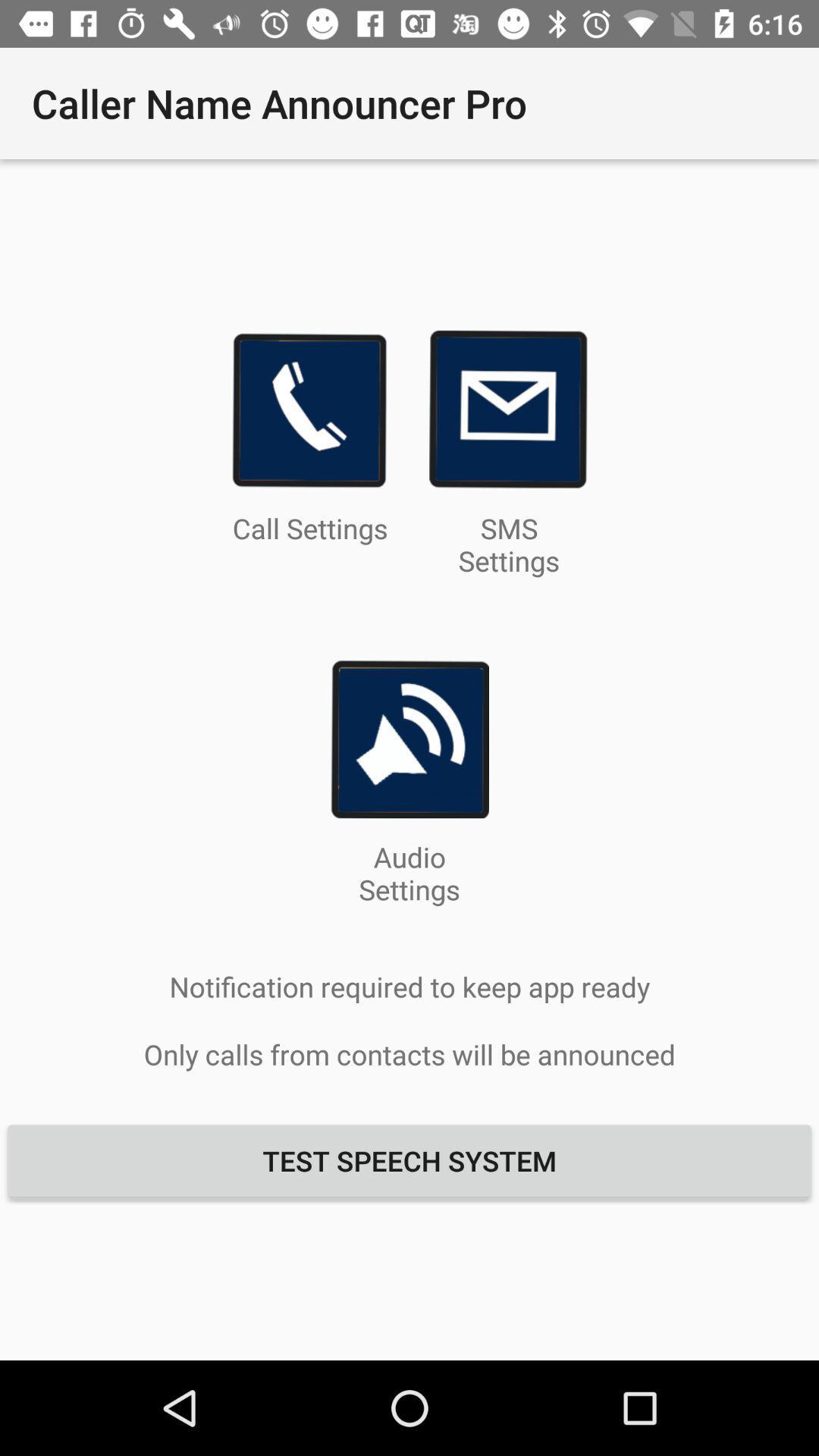 This screenshot has width=819, height=1456. I want to click on icon below caller name announcer, so click(309, 409).